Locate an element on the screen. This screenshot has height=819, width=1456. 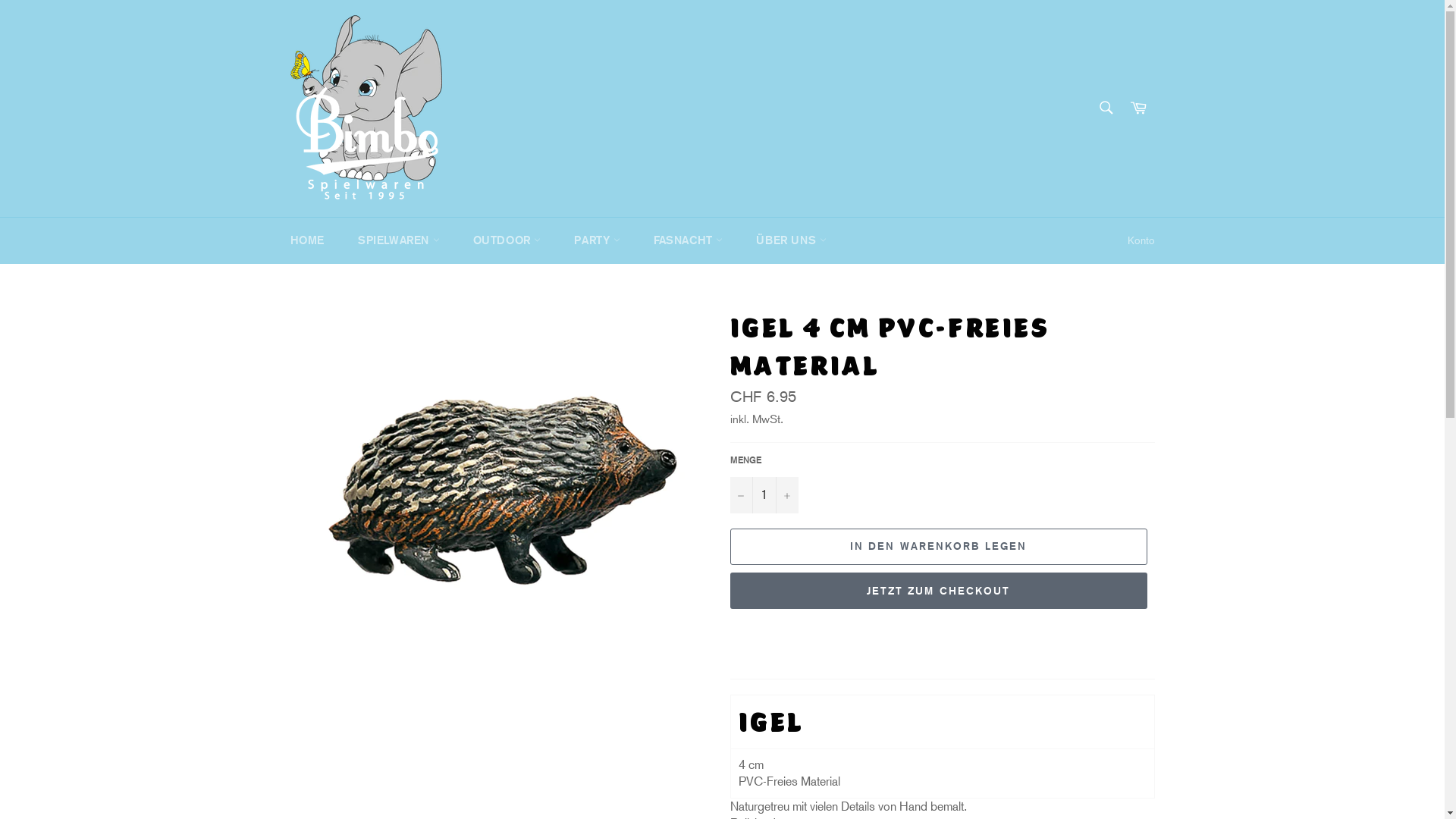
'Suchen' is located at coordinates (1087, 106).